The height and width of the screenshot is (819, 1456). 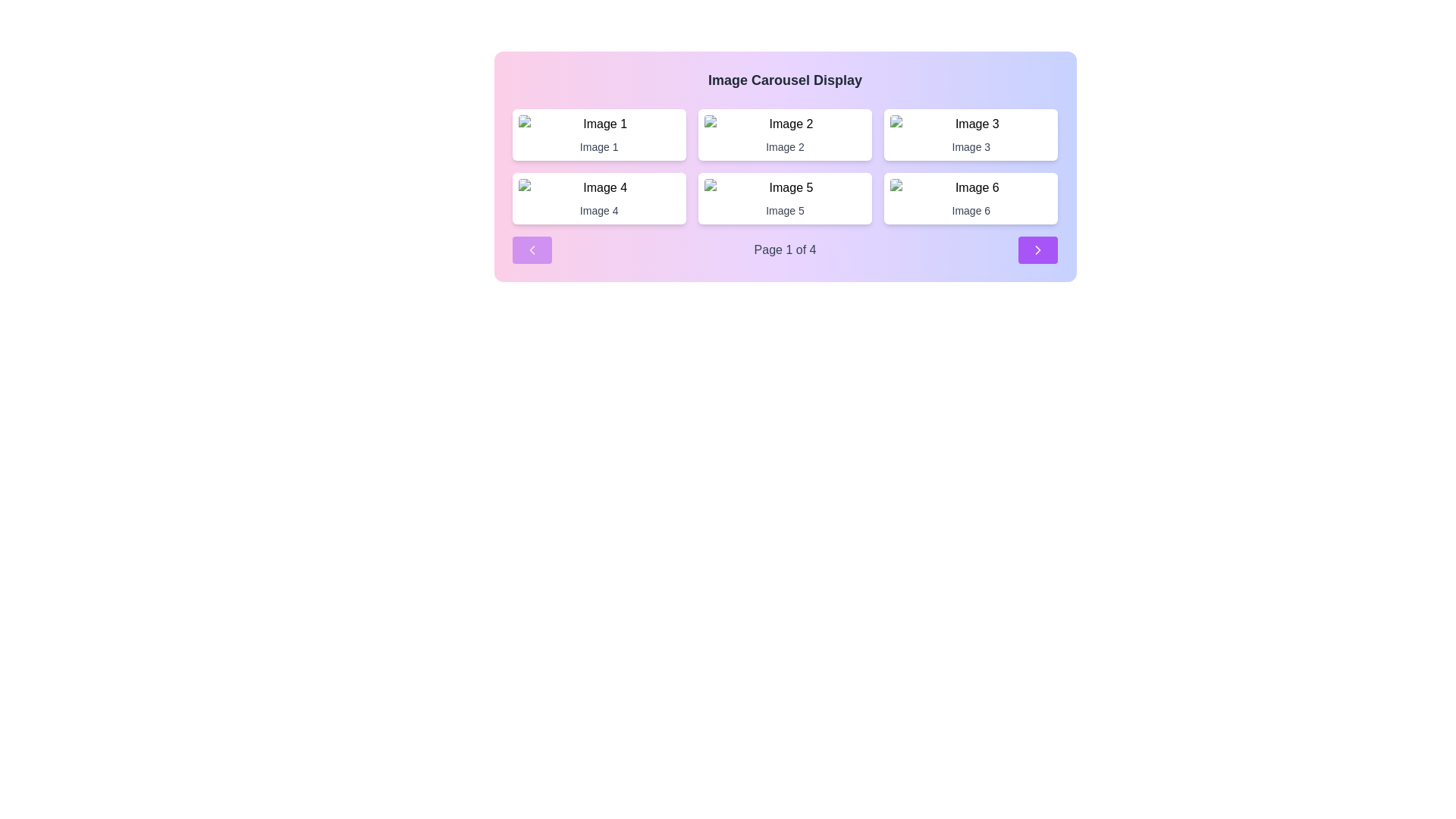 What do you see at coordinates (598, 146) in the screenshot?
I see `the text label located at the center of the first card in the grid layout, directly below the image placeholder labeled 'Image 1'` at bounding box center [598, 146].